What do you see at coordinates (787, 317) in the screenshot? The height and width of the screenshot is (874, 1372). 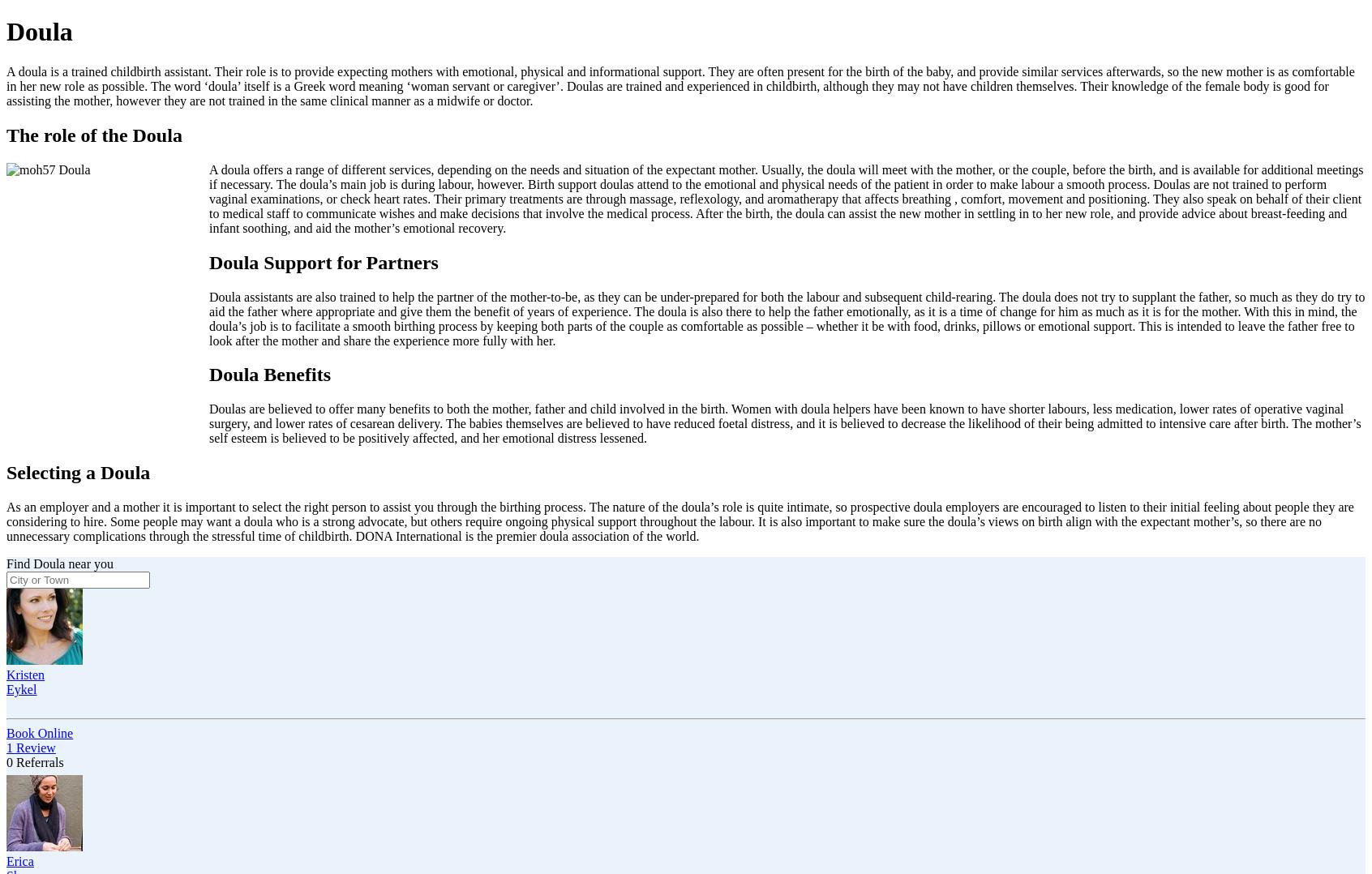 I see `'Doula assistants are also trained to help the partner of the mother-to-be, as they can be under-prepared for both the labour and subsequent child-rearing. The doula does not try to supplant the father, so much as they do try to aid the father where appropriate and give them the benefit of years of experience. The doula is also there to help the father emotionally, as it is a time of change for him as much as it is for the mother. With this in mind, the doula’s job is to facilitate a smooth birthing process by keeping both parts of the couple as comfortable as possible – whether it be with food, drinks, pillows or emotional support. This is intended to leave the father free to look after the mother and share the experience more fully with her.'` at bounding box center [787, 317].